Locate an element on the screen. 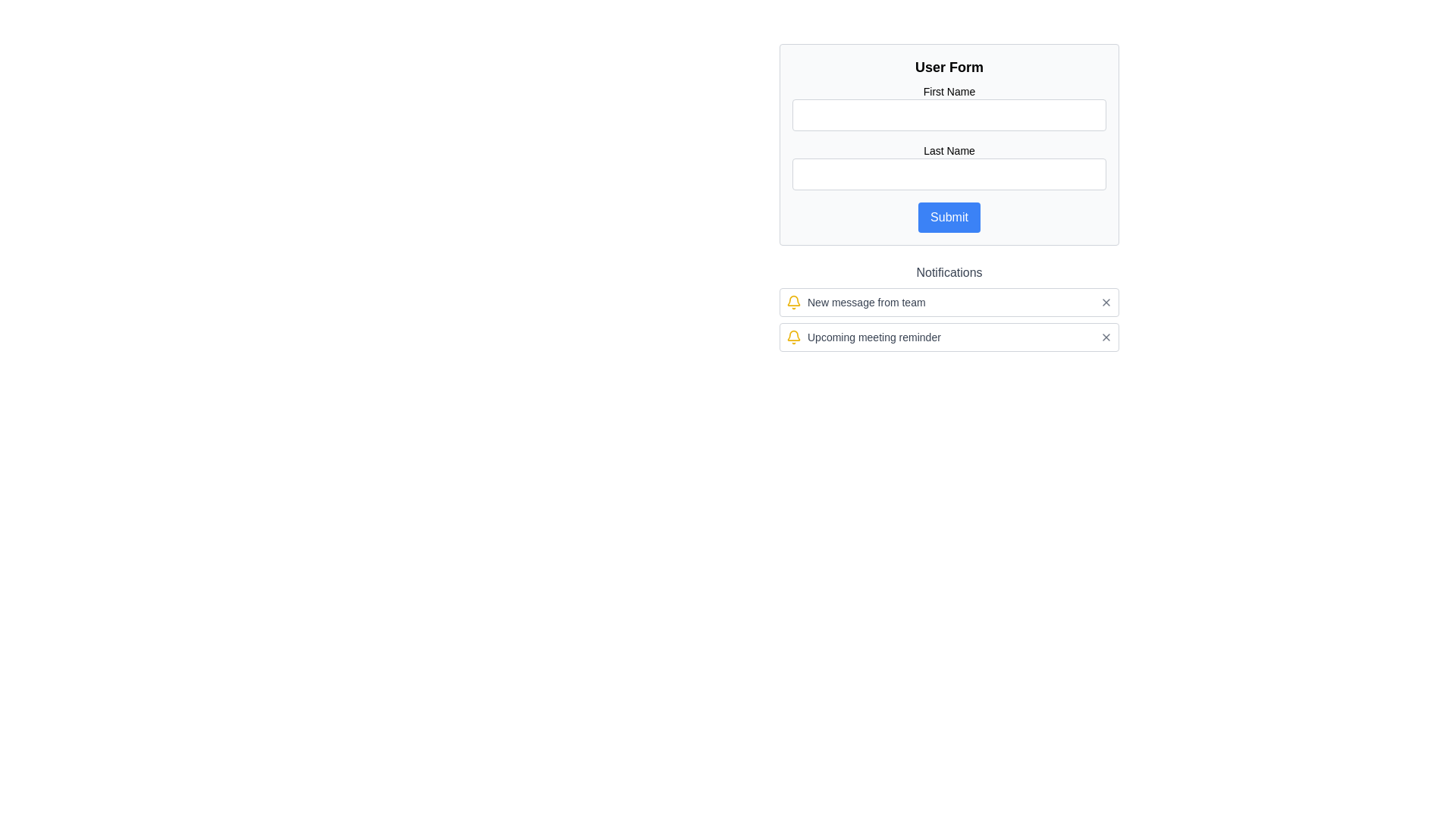  the yellow bell icon located to the left of the 'Upcoming meeting reminder' notification item is located at coordinates (792, 336).